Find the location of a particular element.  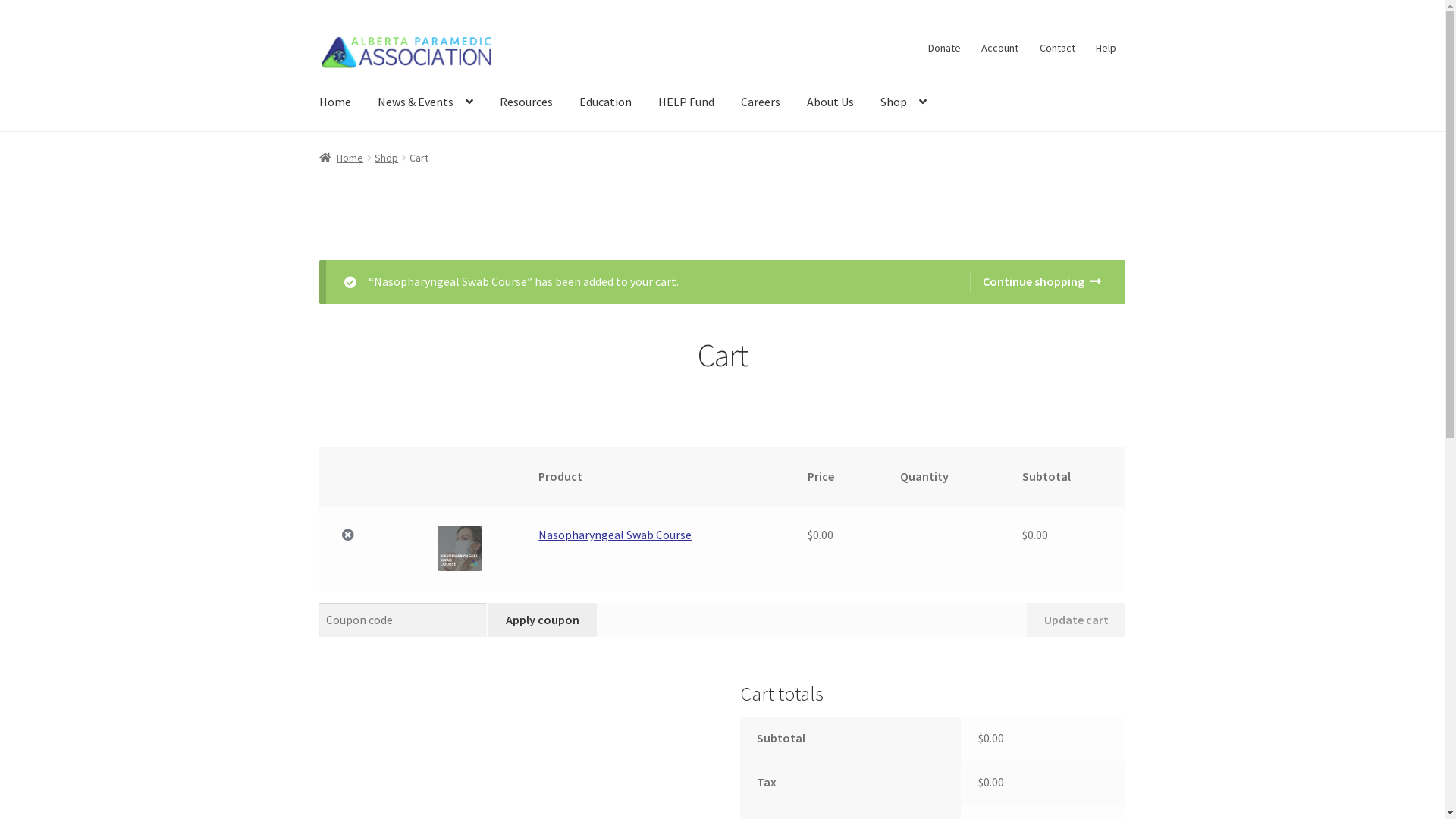

'Home' is located at coordinates (334, 102).